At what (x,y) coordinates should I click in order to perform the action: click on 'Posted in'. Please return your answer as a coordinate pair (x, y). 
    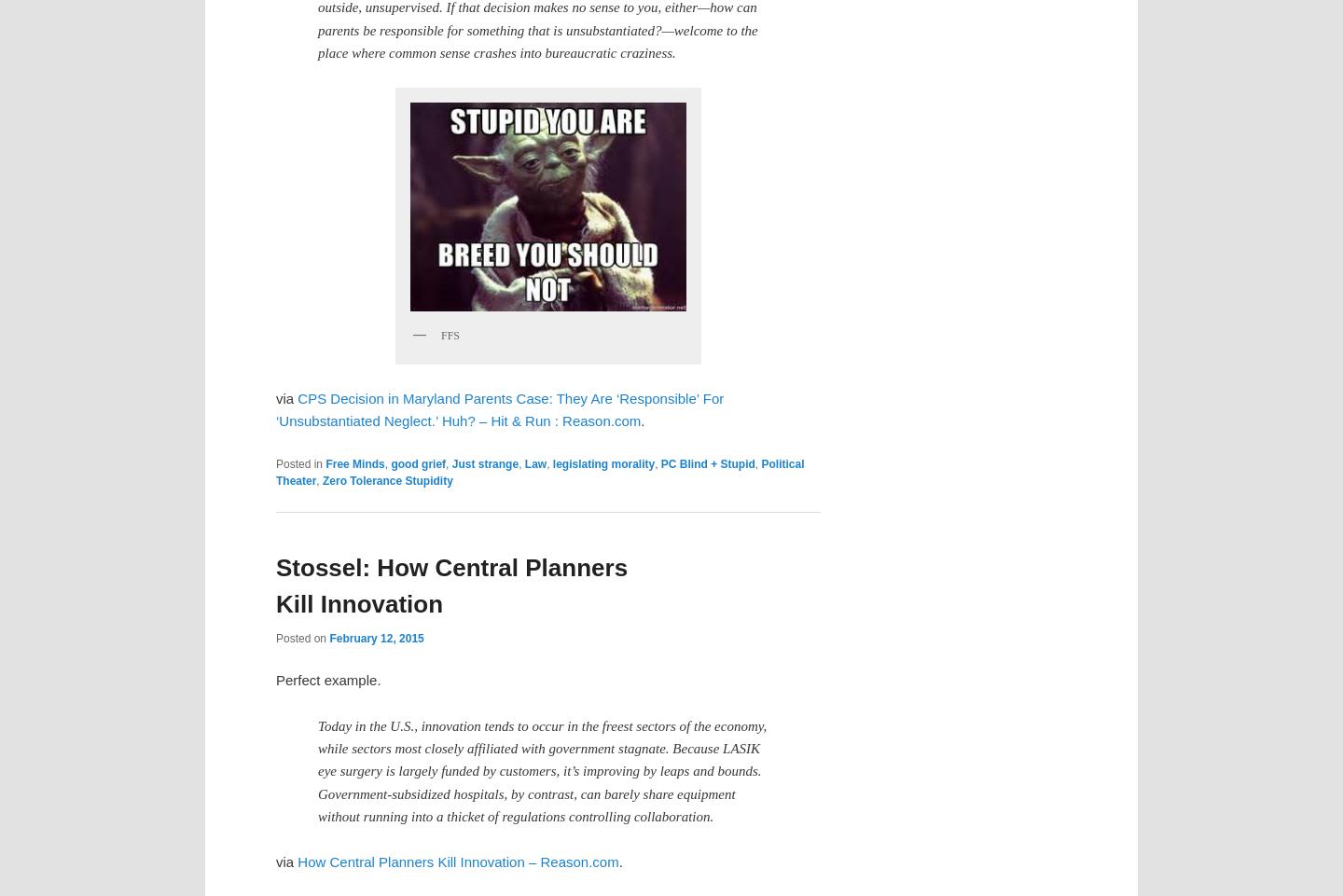
    Looking at the image, I should click on (298, 463).